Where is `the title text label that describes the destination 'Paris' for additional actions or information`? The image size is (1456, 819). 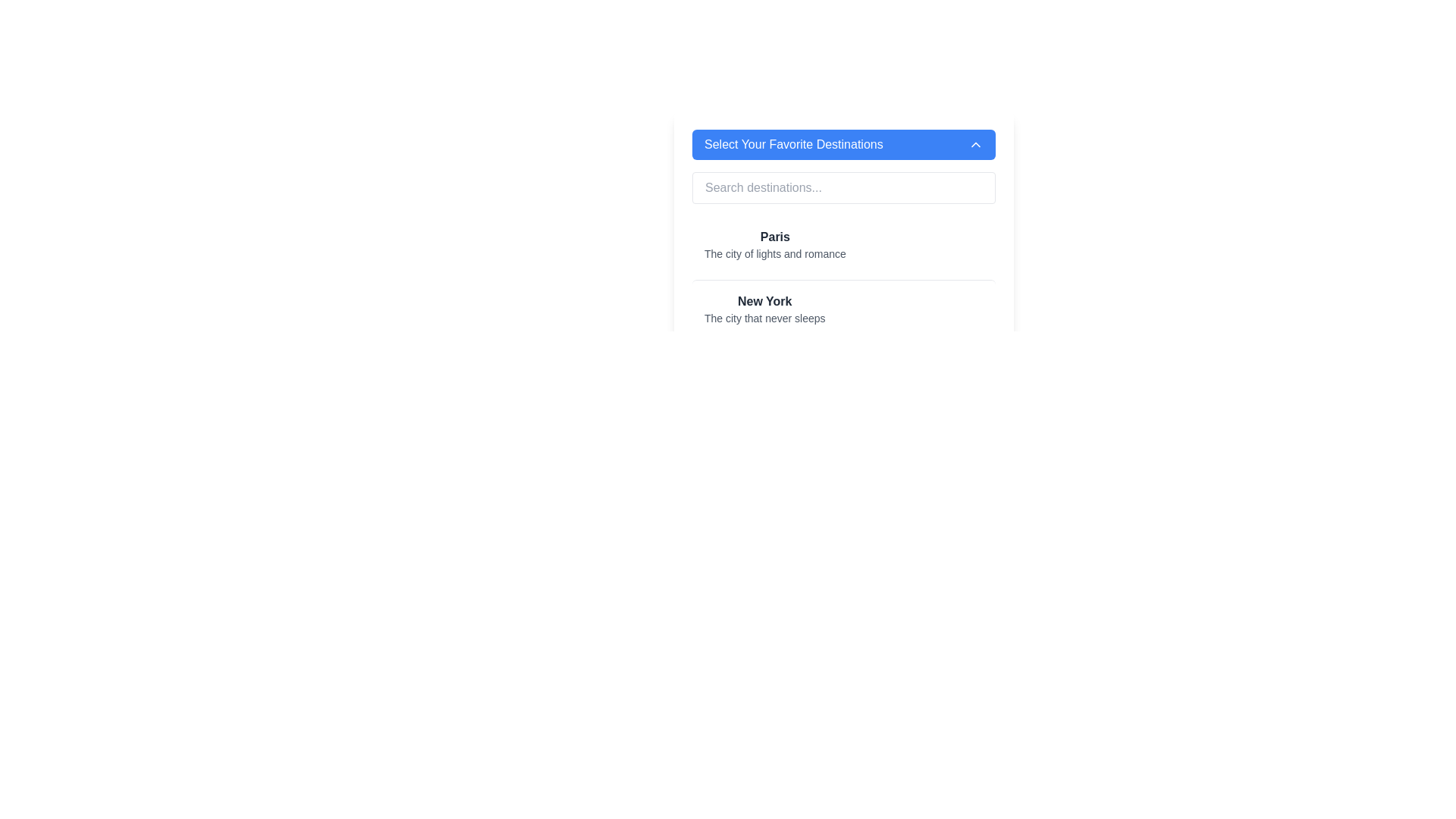
the title text label that describes the destination 'Paris' for additional actions or information is located at coordinates (775, 237).